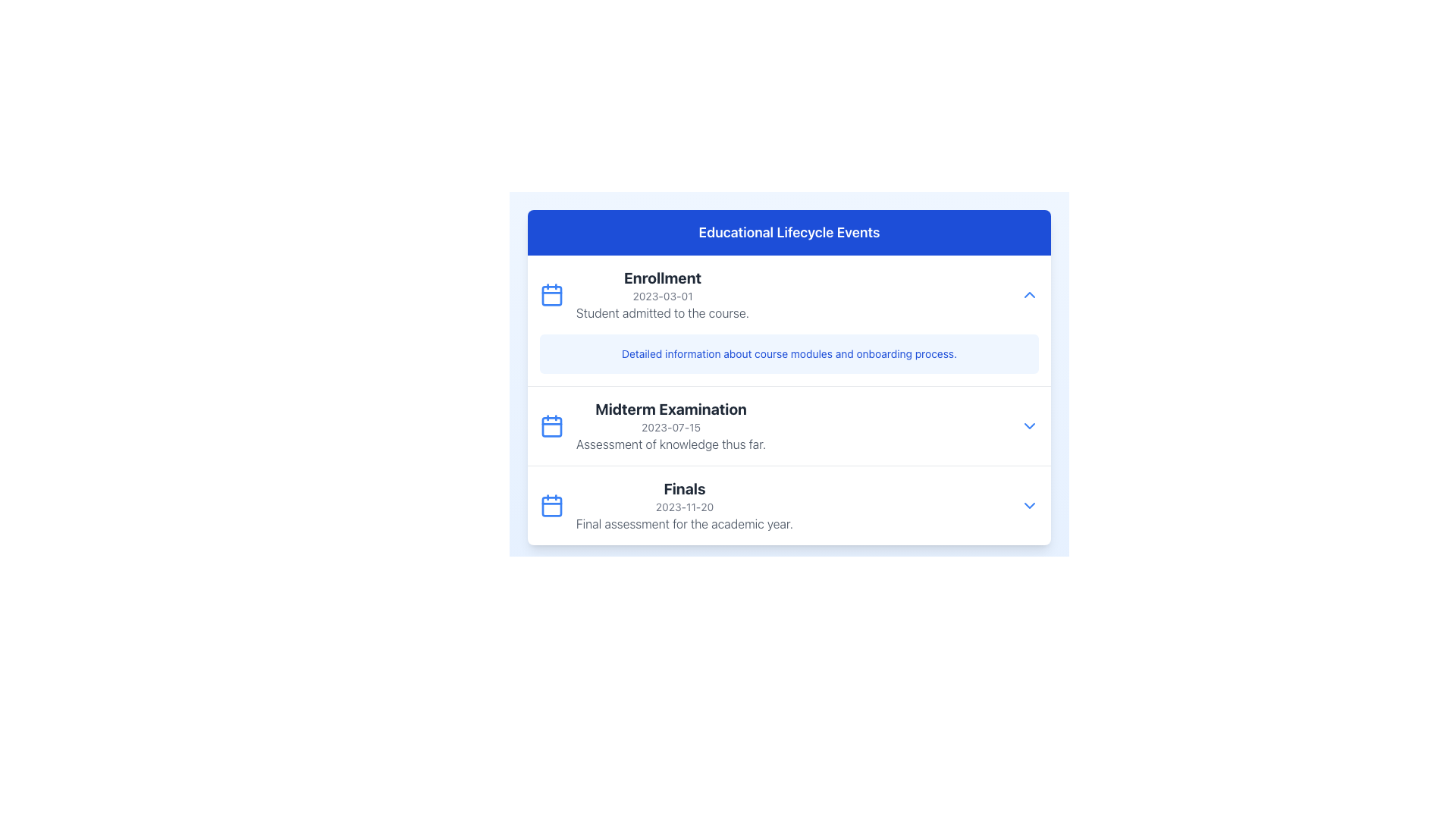 Image resolution: width=1456 pixels, height=819 pixels. Describe the element at coordinates (1030, 506) in the screenshot. I see `the blue downward-facing chevron icon button located at the rightmost end of the 'Finals' section for additional information` at that location.